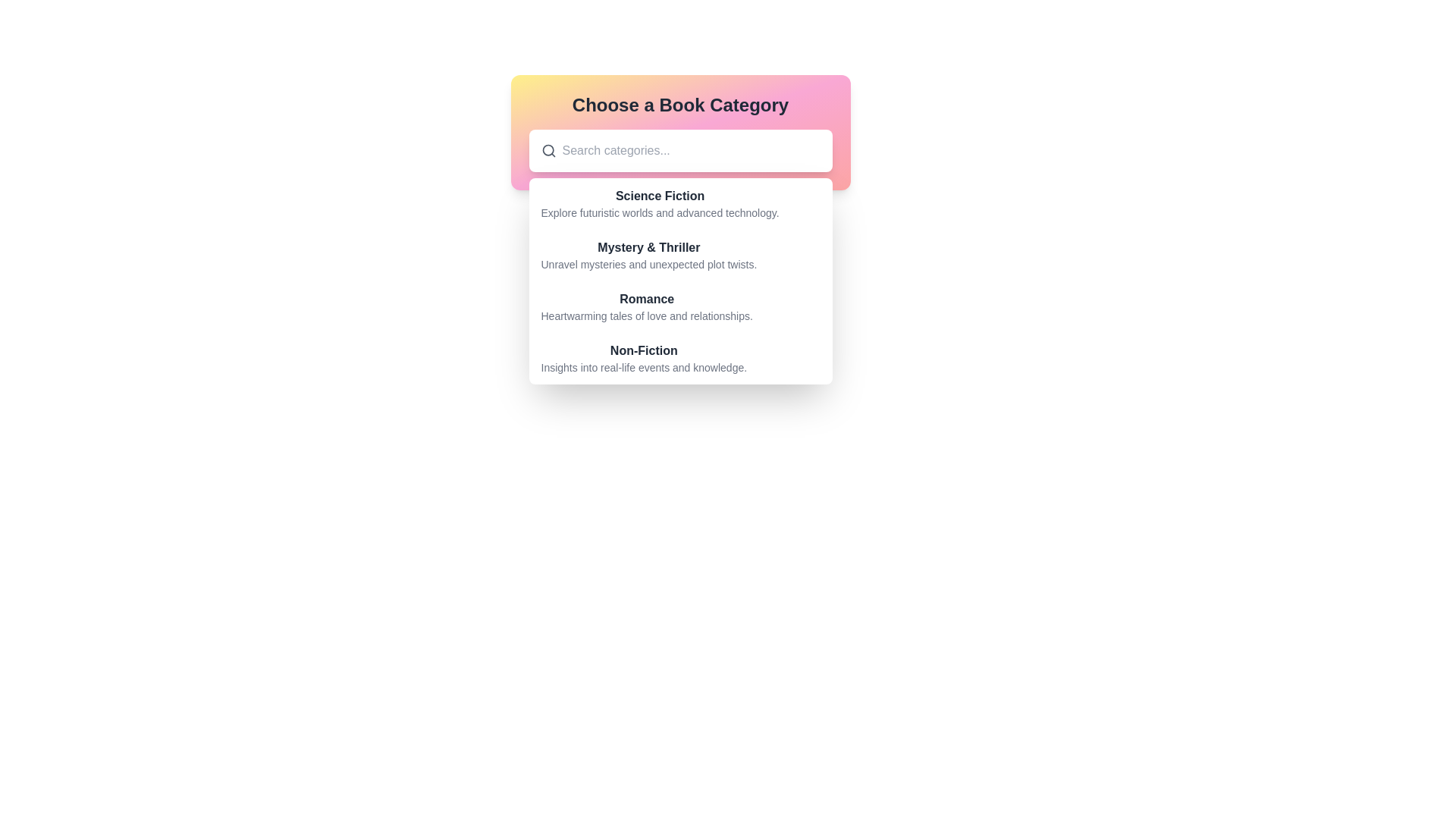 Image resolution: width=1456 pixels, height=819 pixels. Describe the element at coordinates (548, 151) in the screenshot. I see `the magnifying glass icon located inside the white rounded rectangular area on the left side of the 'Search categories...' text input field` at that location.